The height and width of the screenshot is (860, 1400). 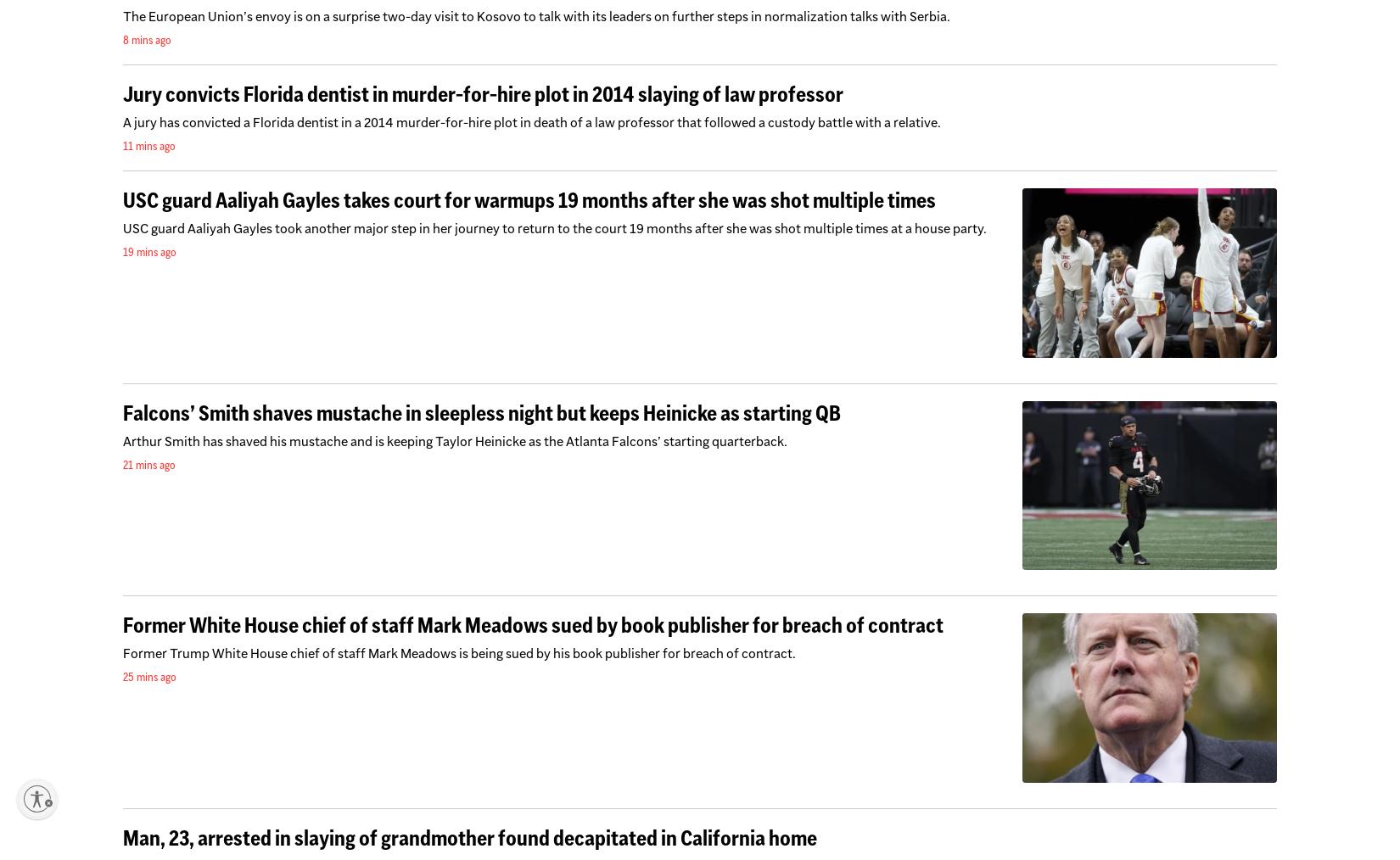 What do you see at coordinates (480, 412) in the screenshot?
I see `'Falcons’ Smith shaves mustache in sleepless night but keeps Heinicke as starting QB'` at bounding box center [480, 412].